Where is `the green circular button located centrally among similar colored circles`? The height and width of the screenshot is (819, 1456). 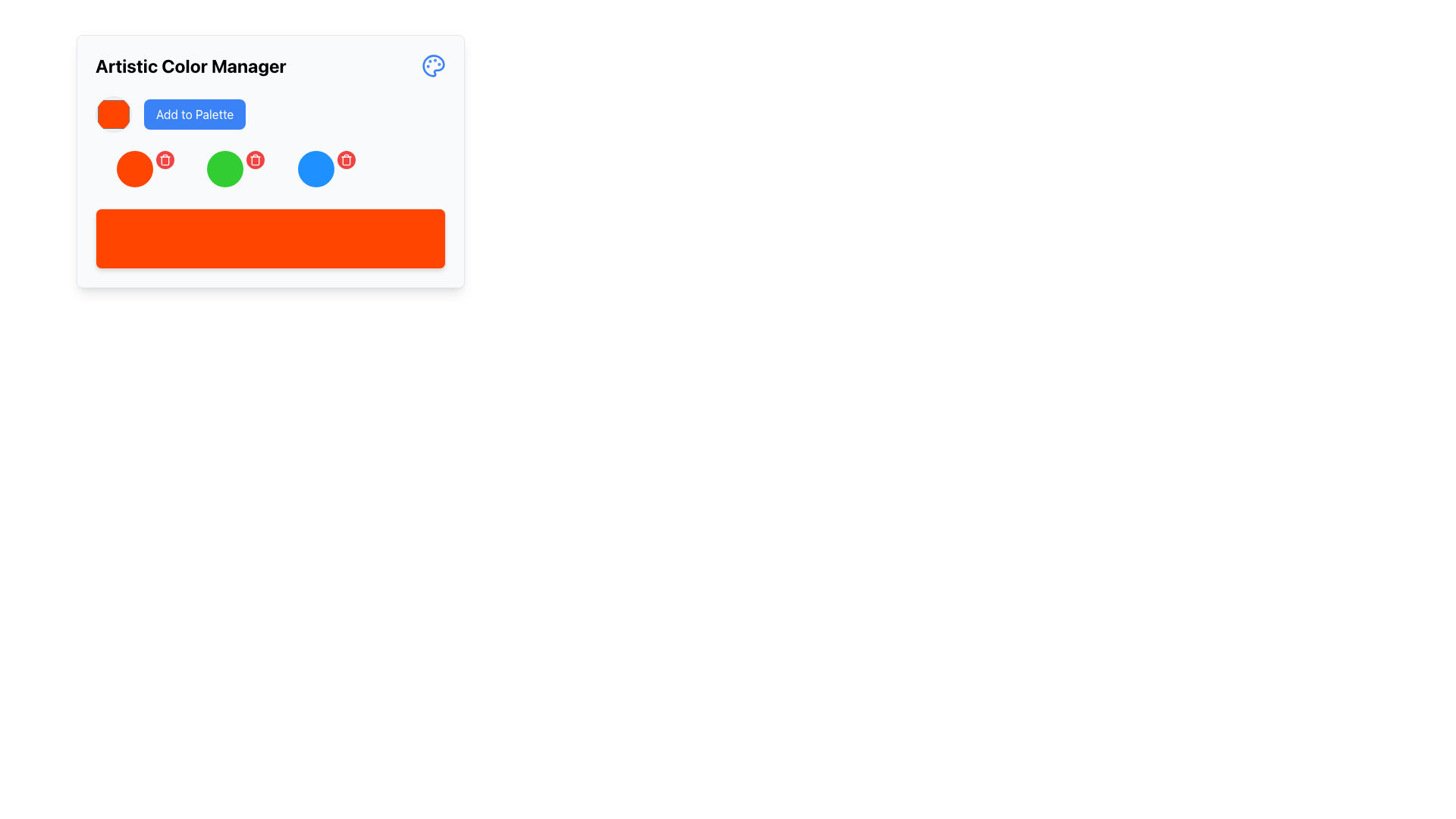 the green circular button located centrally among similar colored circles is located at coordinates (224, 170).